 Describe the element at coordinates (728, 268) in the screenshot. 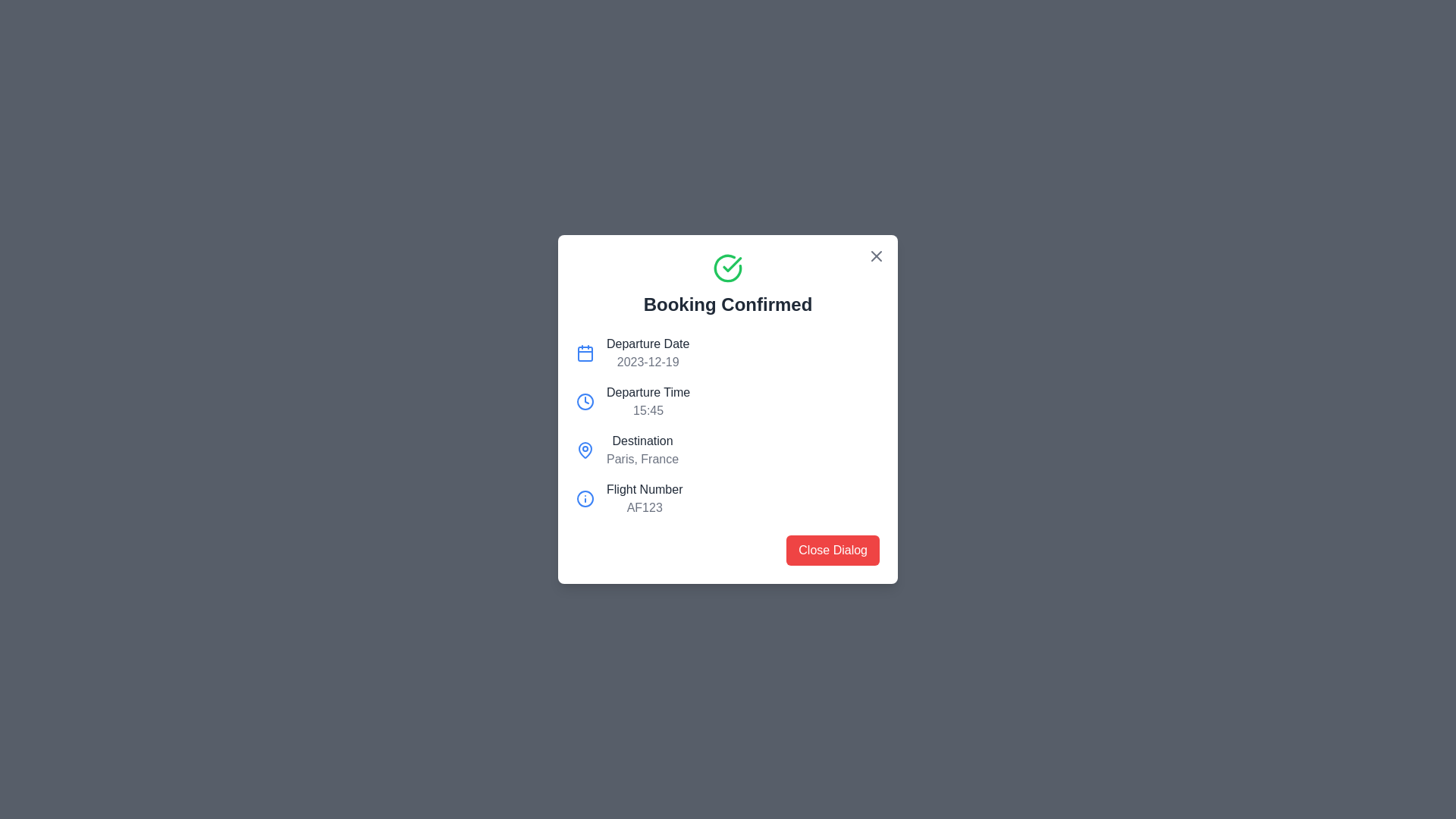

I see `the green circular SVG icon featuring a checkmark, which represents a confirmation status, located at the top-center of the 'Booking Confirmed' dialog box` at that location.